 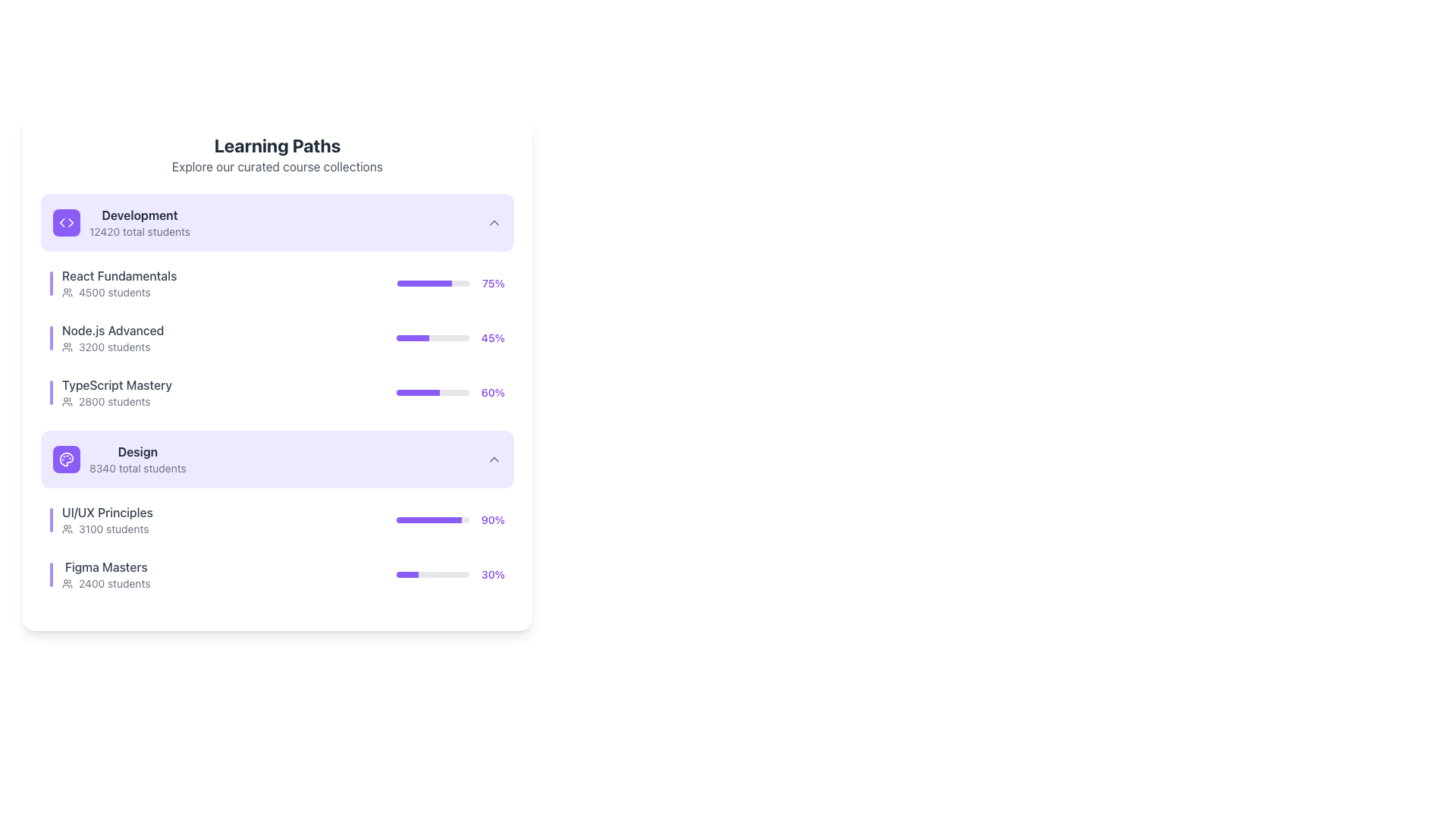 I want to click on progress, so click(x=412, y=337).